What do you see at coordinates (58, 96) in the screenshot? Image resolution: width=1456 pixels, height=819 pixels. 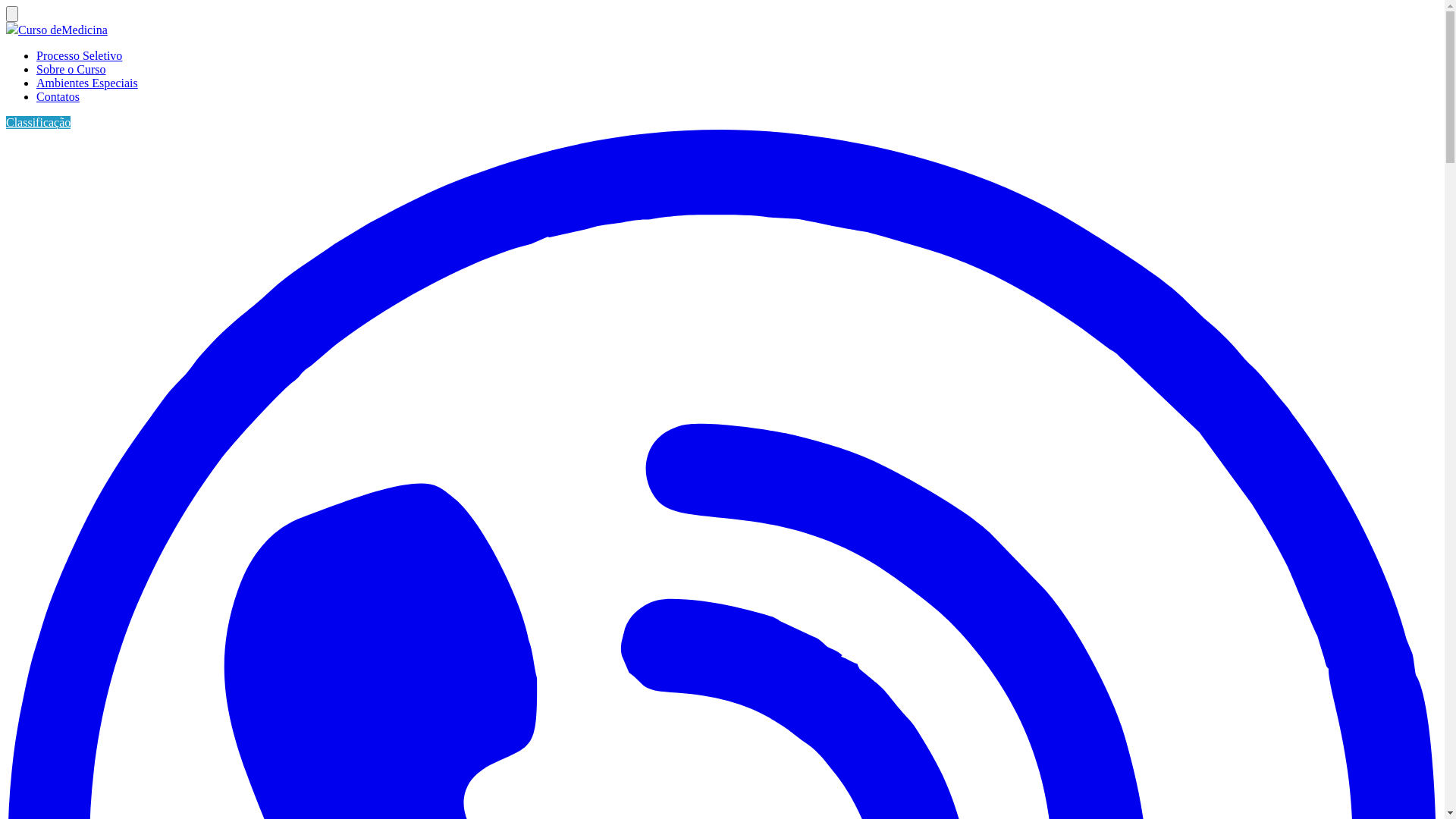 I see `'Contatos'` at bounding box center [58, 96].